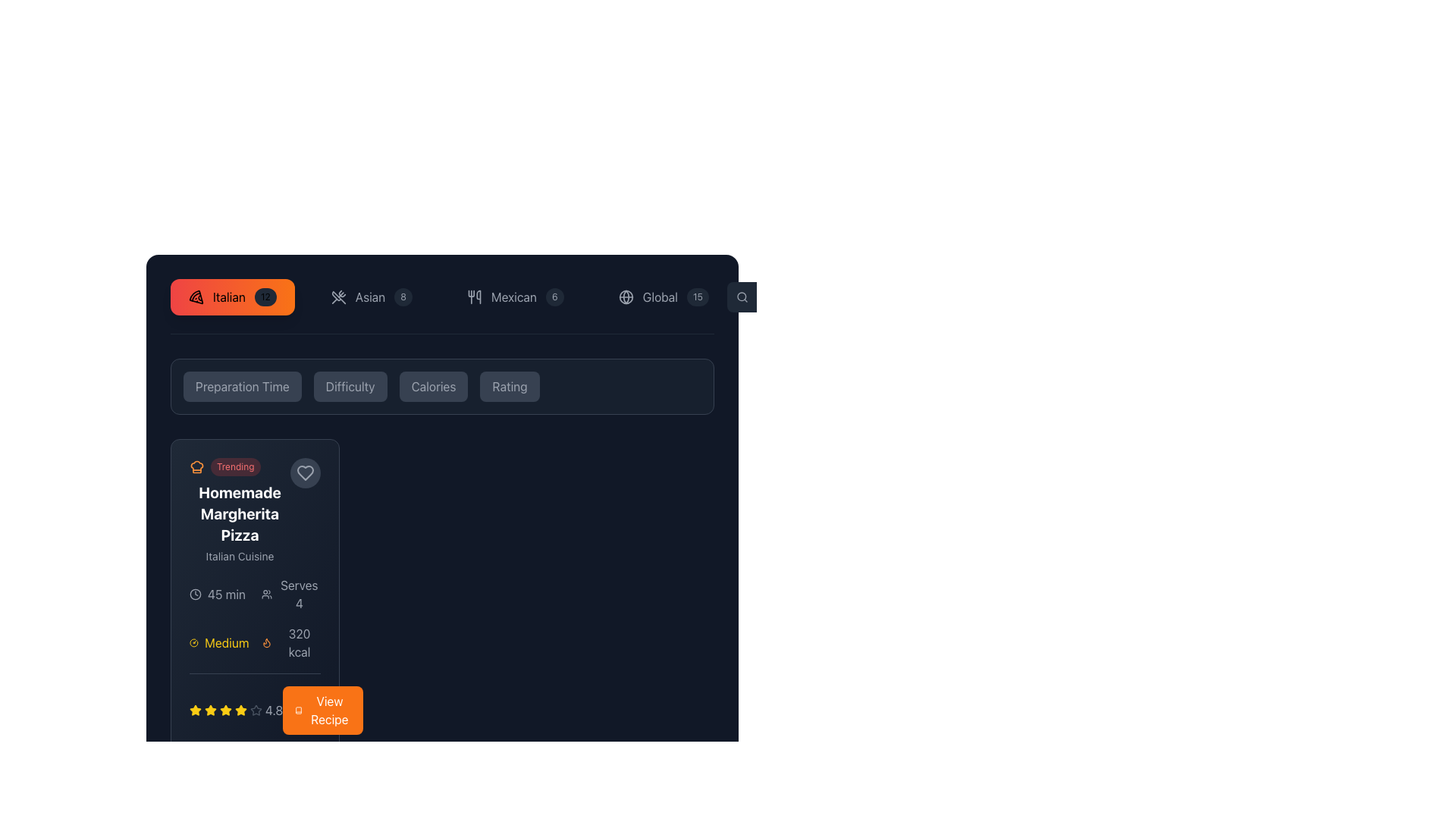 The width and height of the screenshot is (1456, 819). I want to click on the icon located to the left of the 'View Recipe' button, which signifies the action of viewing the recipe or related details, so click(299, 711).